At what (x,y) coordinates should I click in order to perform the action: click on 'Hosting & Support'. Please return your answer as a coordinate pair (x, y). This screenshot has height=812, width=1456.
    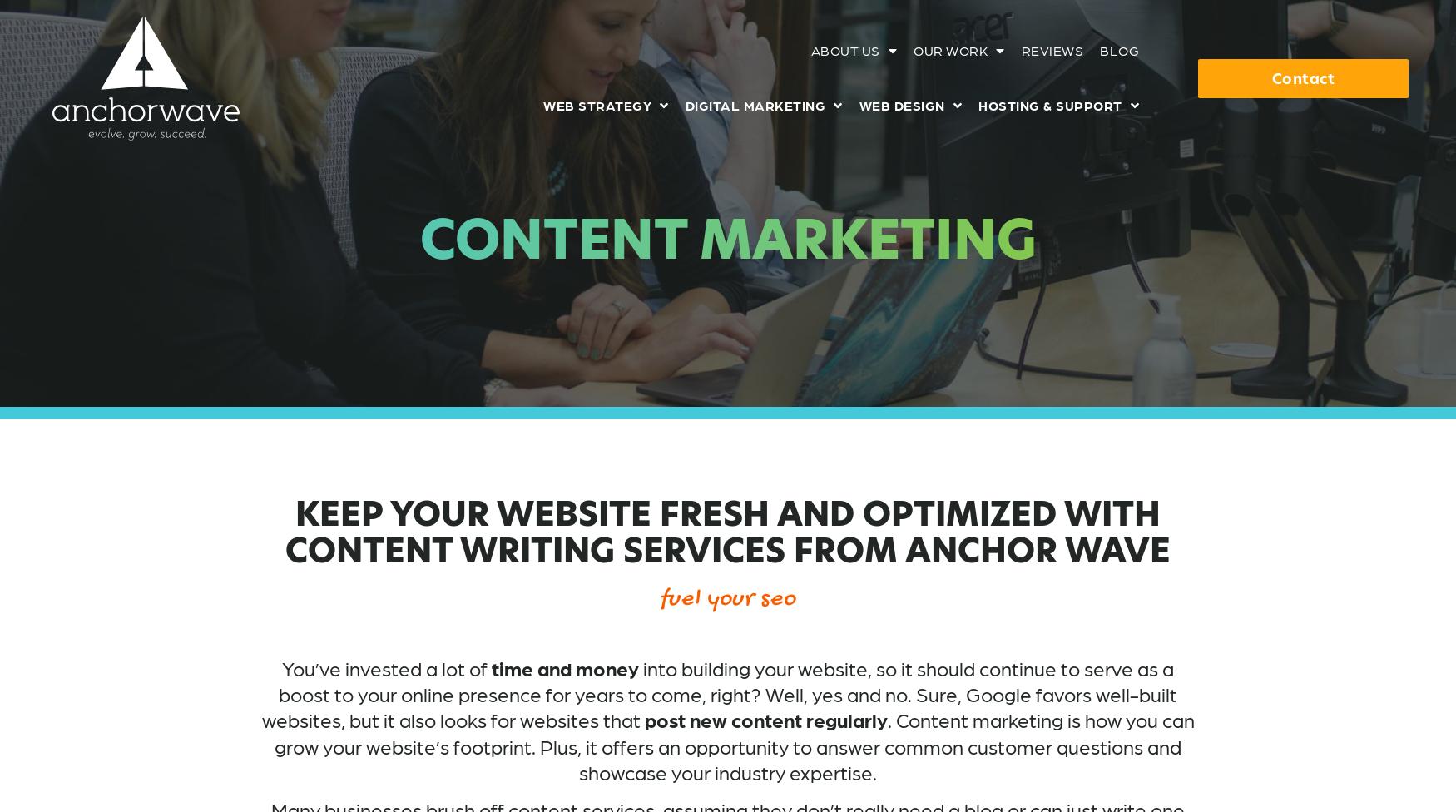
    Looking at the image, I should click on (978, 104).